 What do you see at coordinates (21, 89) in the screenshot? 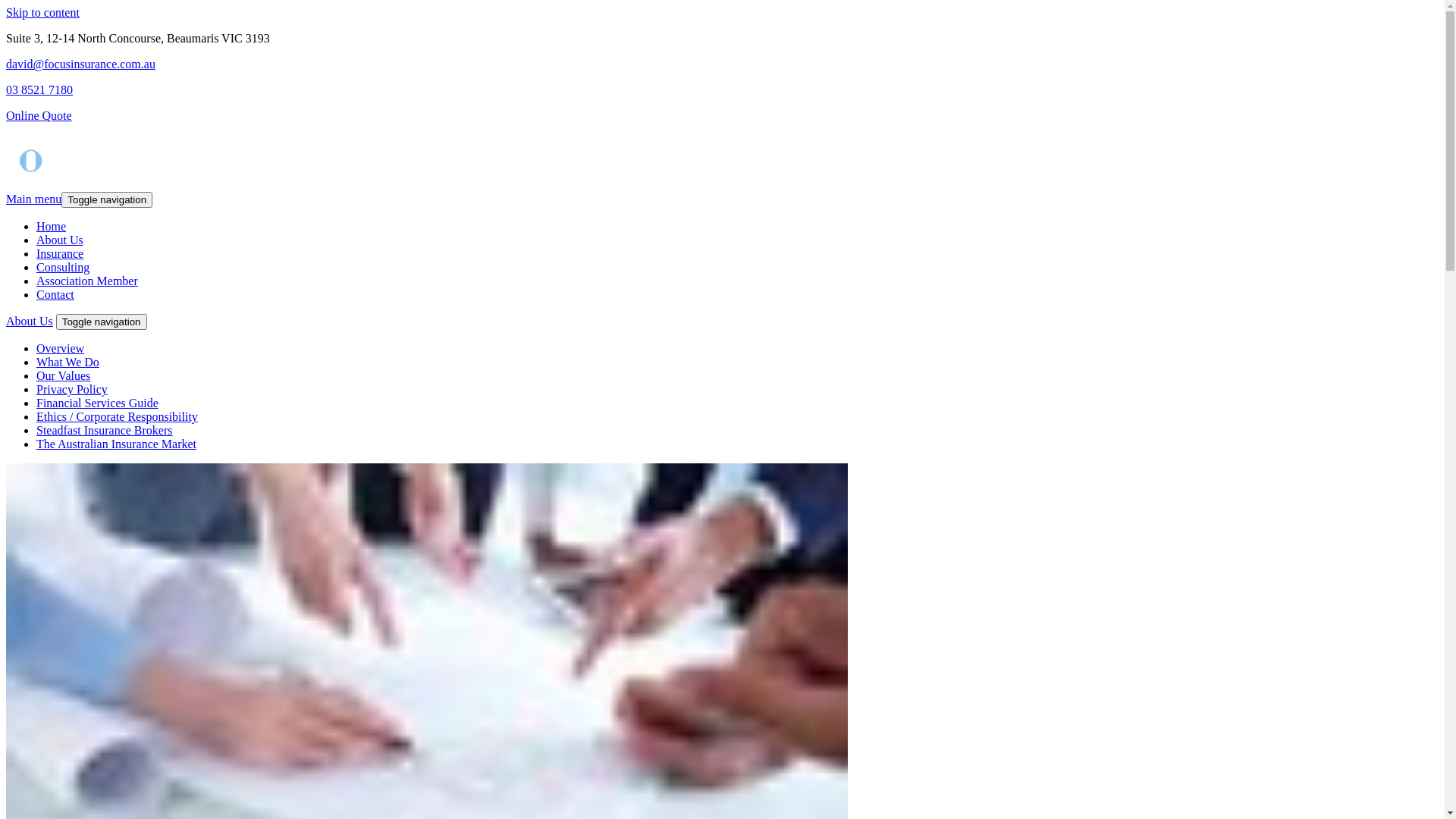
I see `'8521 7180'` at bounding box center [21, 89].